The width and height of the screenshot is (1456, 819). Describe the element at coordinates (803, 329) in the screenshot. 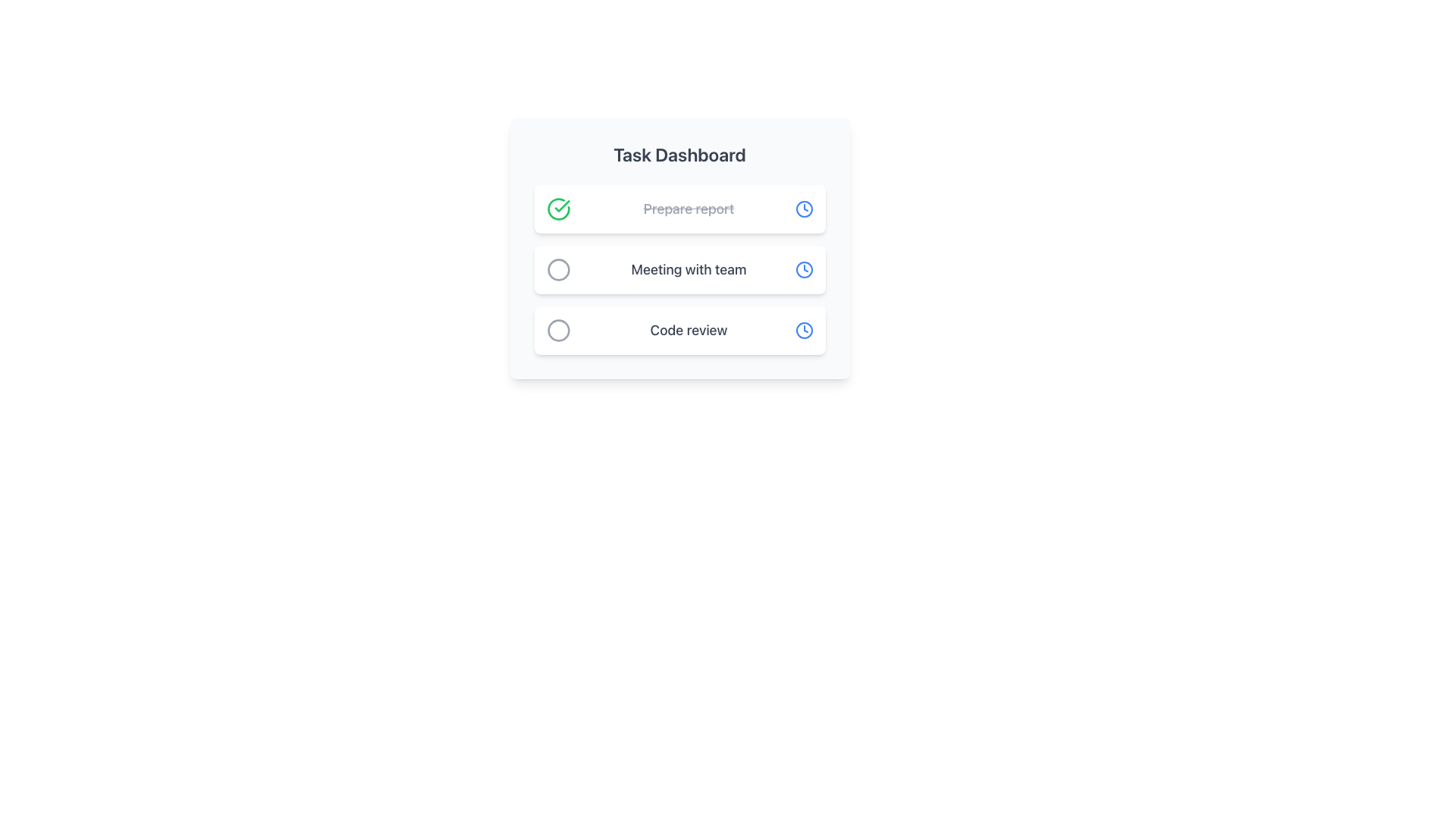

I see `the blue clock icon located at the far right of the 'Code review' task item in the 'Task Dashboard' interface` at that location.